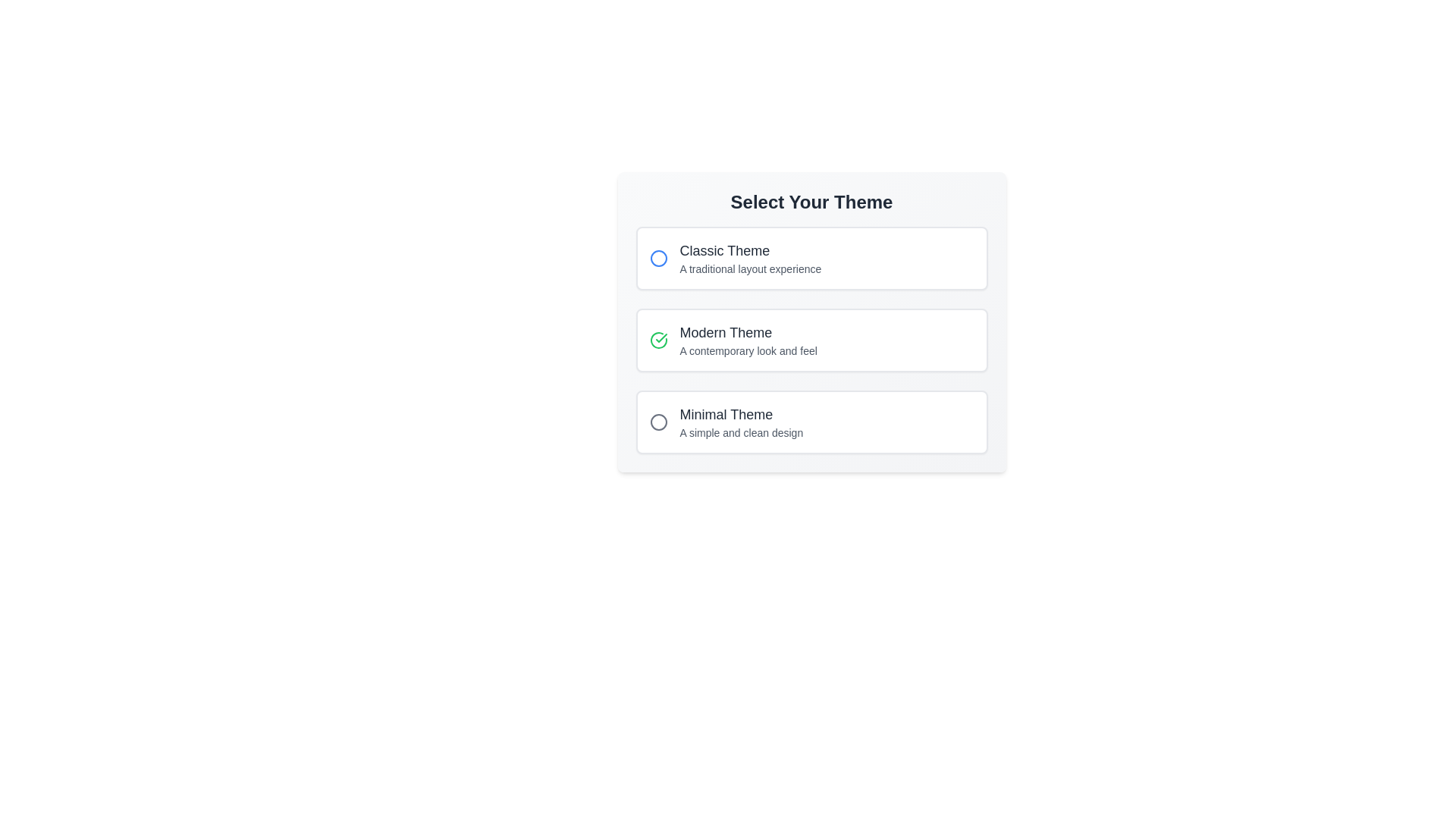 The image size is (1456, 819). I want to click on the textual label that presents the title and description of the 'Minimal Theme' option in the theme selection list, so click(741, 422).